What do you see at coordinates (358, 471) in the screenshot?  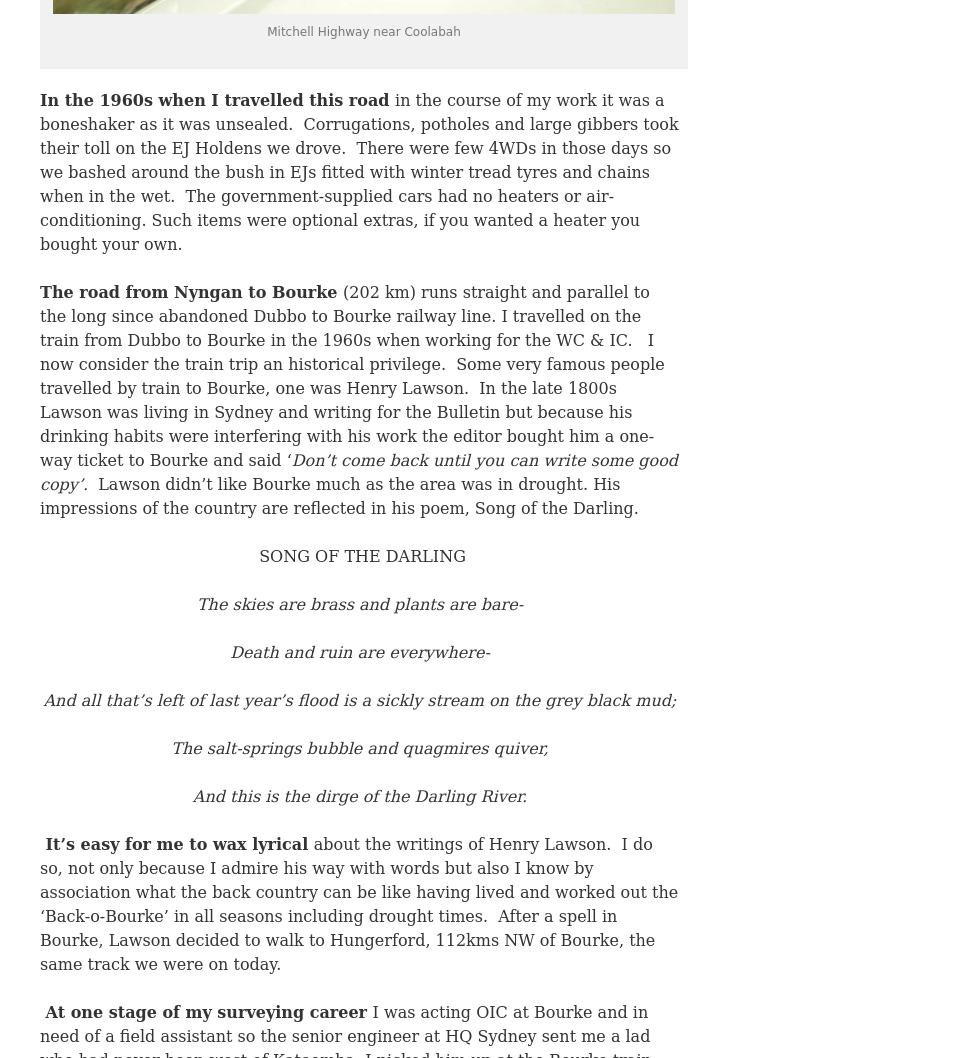 I see `'Don’t come back until you can write some good copy’.'` at bounding box center [358, 471].